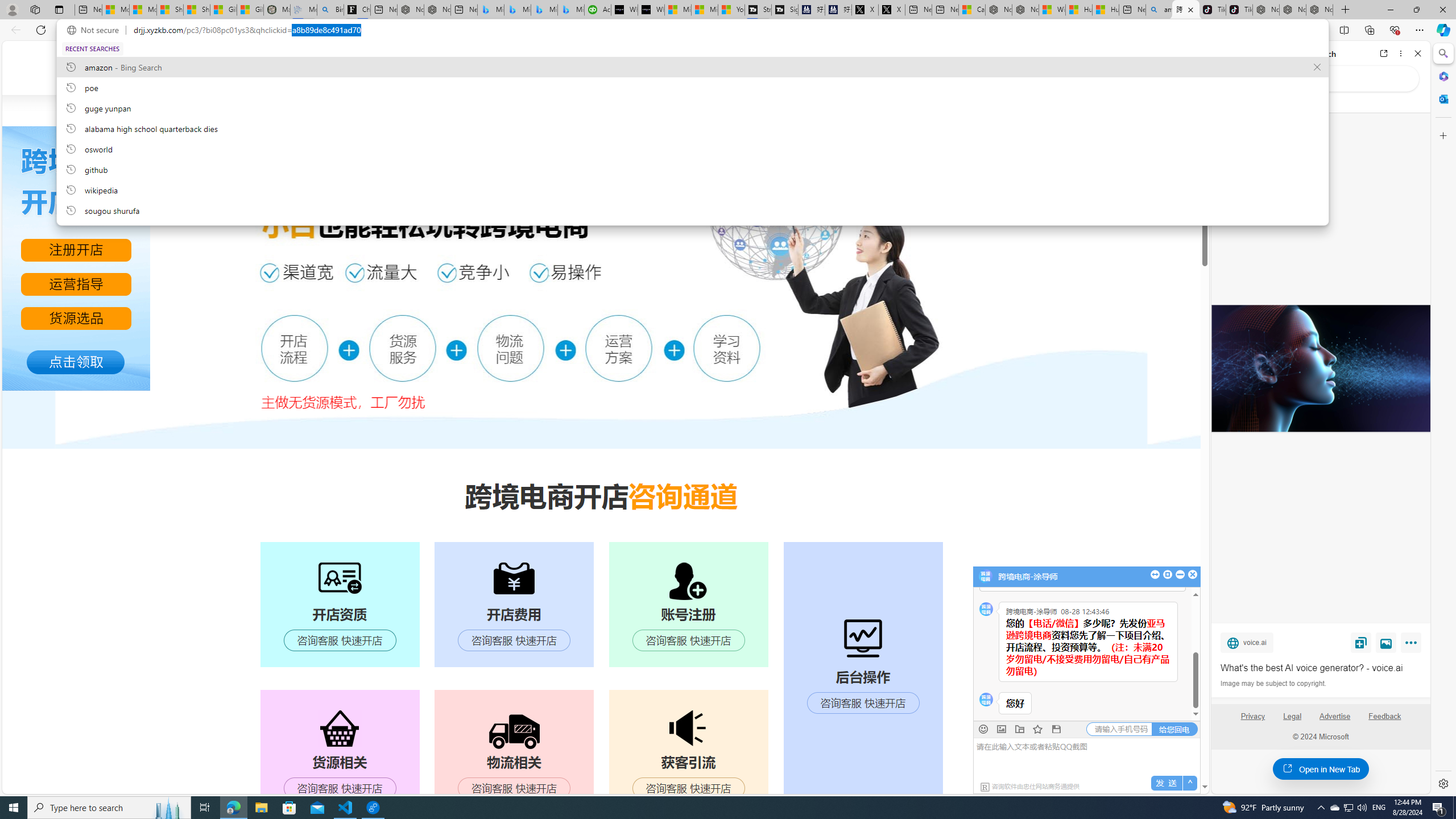  What do you see at coordinates (1230, 102) in the screenshot?
I see `'Web scope'` at bounding box center [1230, 102].